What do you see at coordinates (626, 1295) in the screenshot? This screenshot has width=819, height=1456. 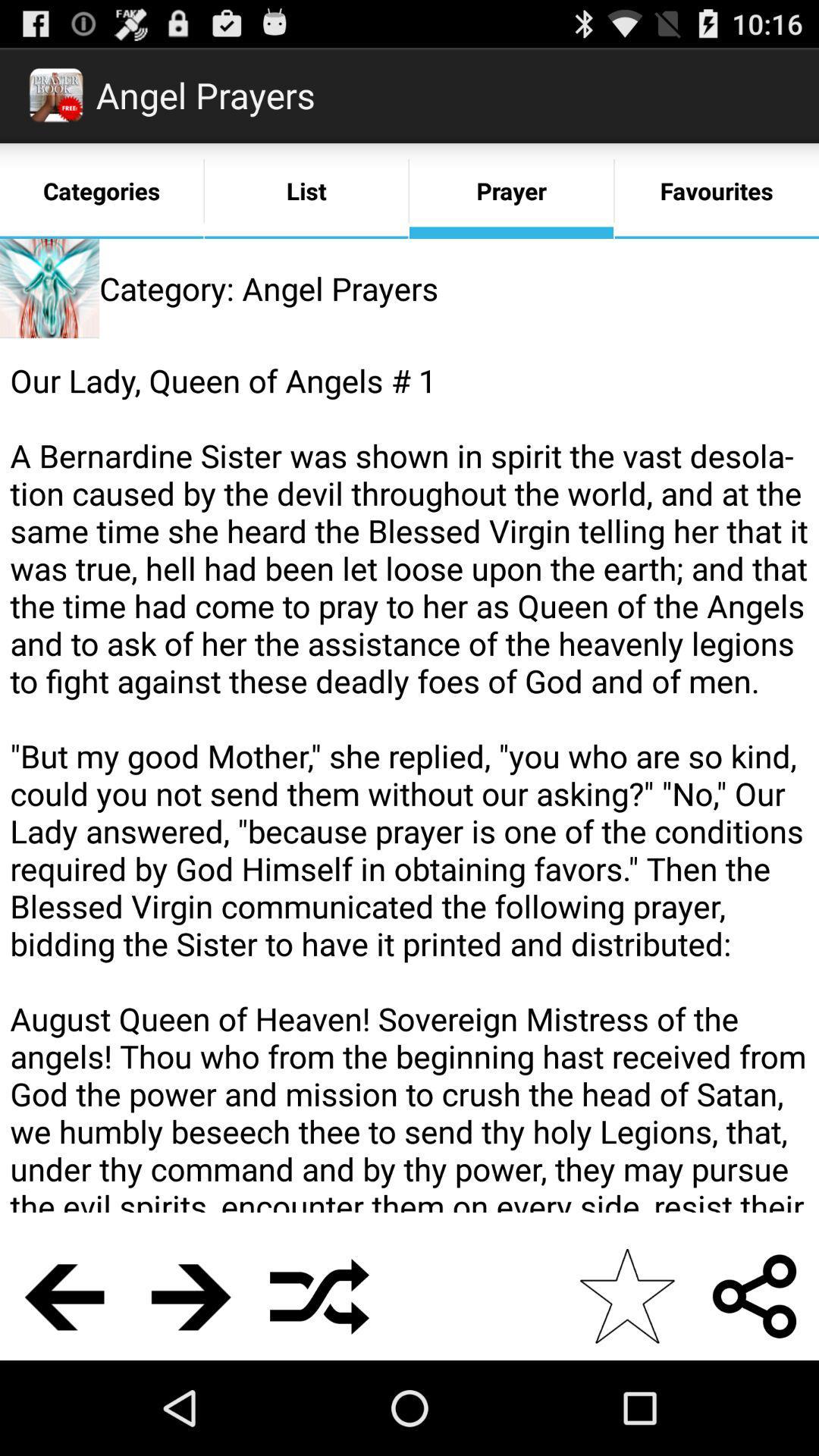 I see `favorite` at bounding box center [626, 1295].